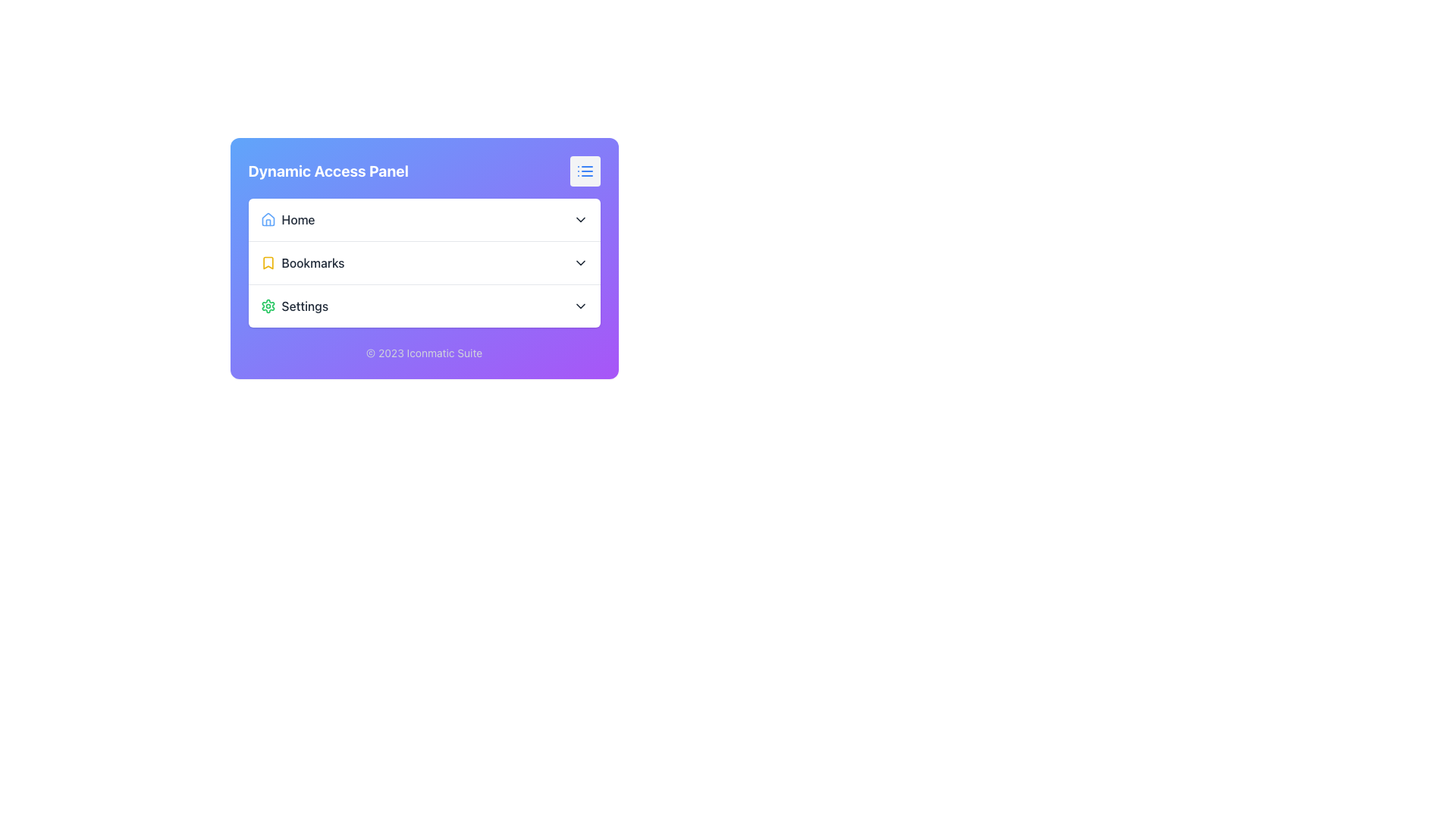  Describe the element at coordinates (302, 262) in the screenshot. I see `the 'Bookmarks' navigation label, which features a yellow bookmark icon and black text on a white background` at that location.